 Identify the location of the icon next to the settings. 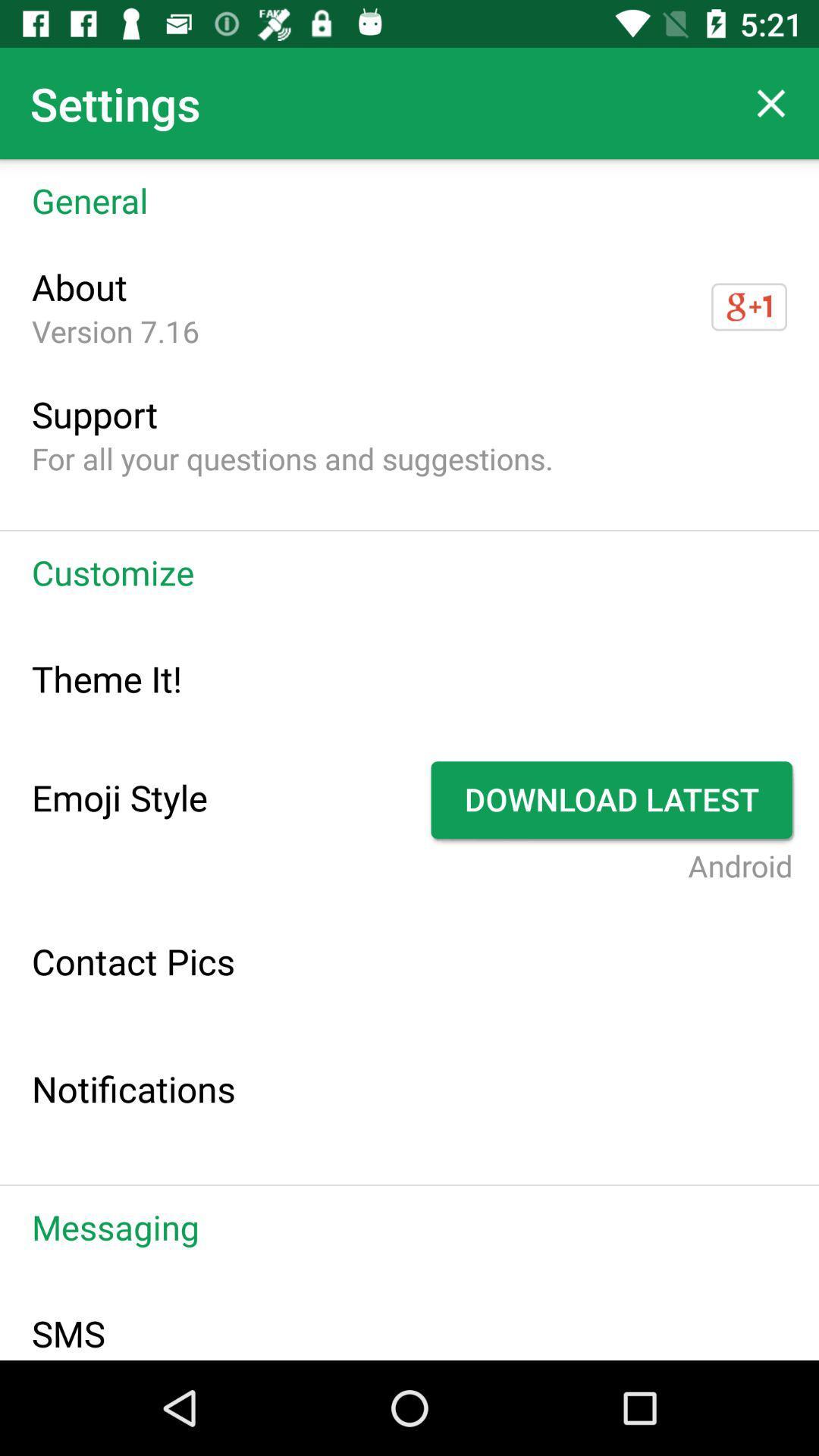
(771, 102).